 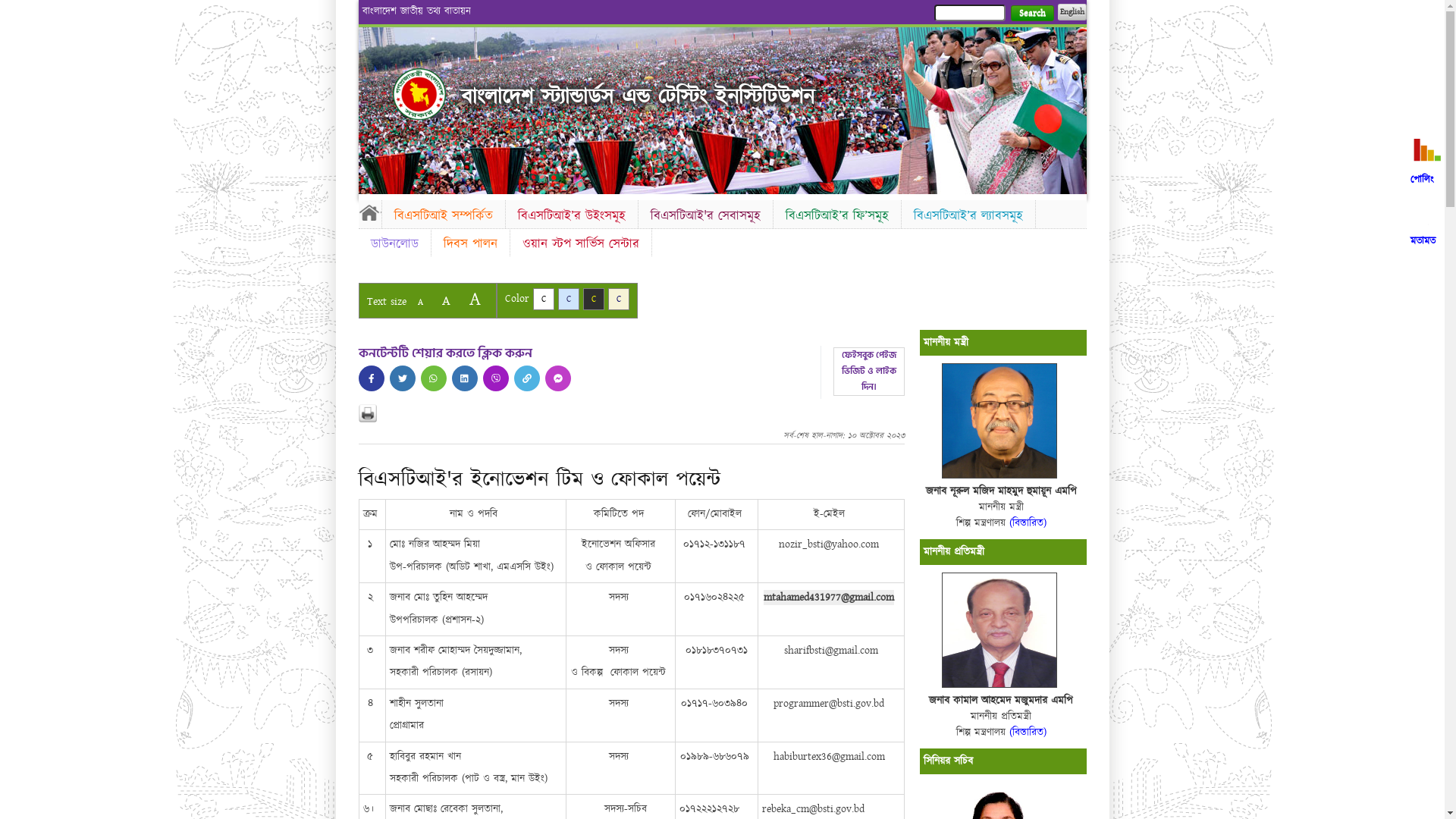 What do you see at coordinates (419, 302) in the screenshot?
I see `'A'` at bounding box center [419, 302].